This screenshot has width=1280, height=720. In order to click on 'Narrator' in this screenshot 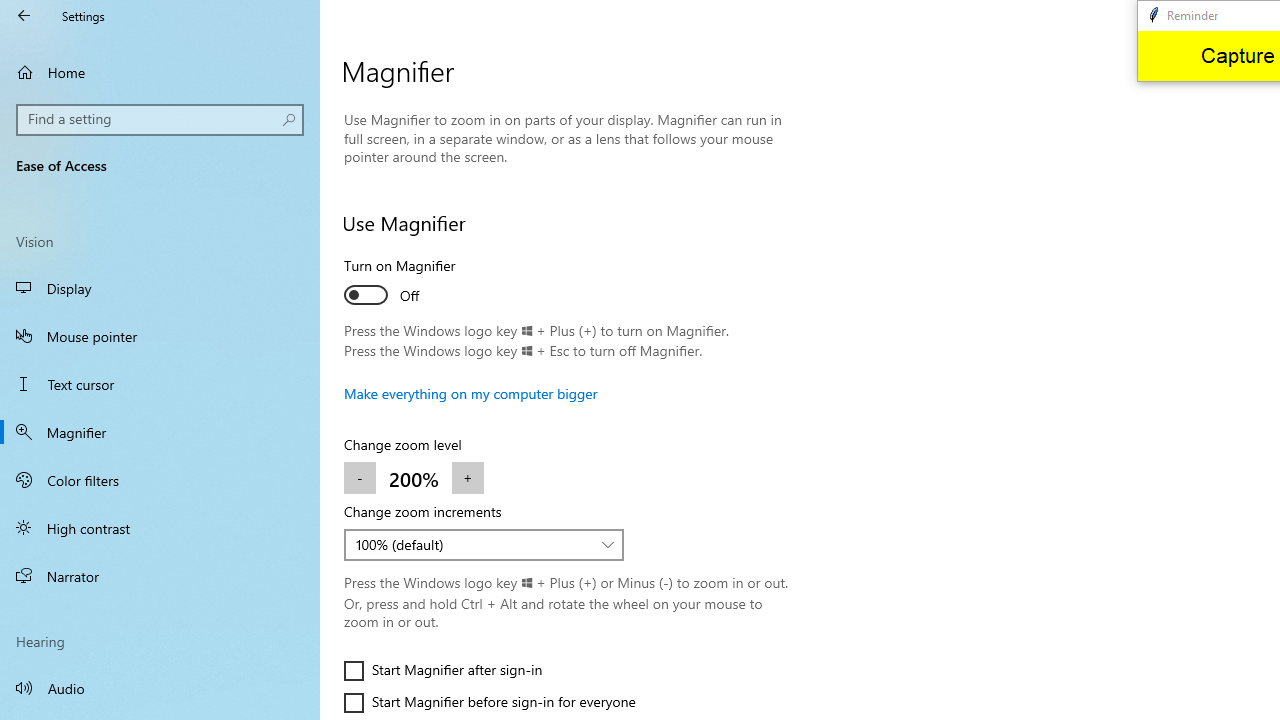, I will do `click(160, 576)`.